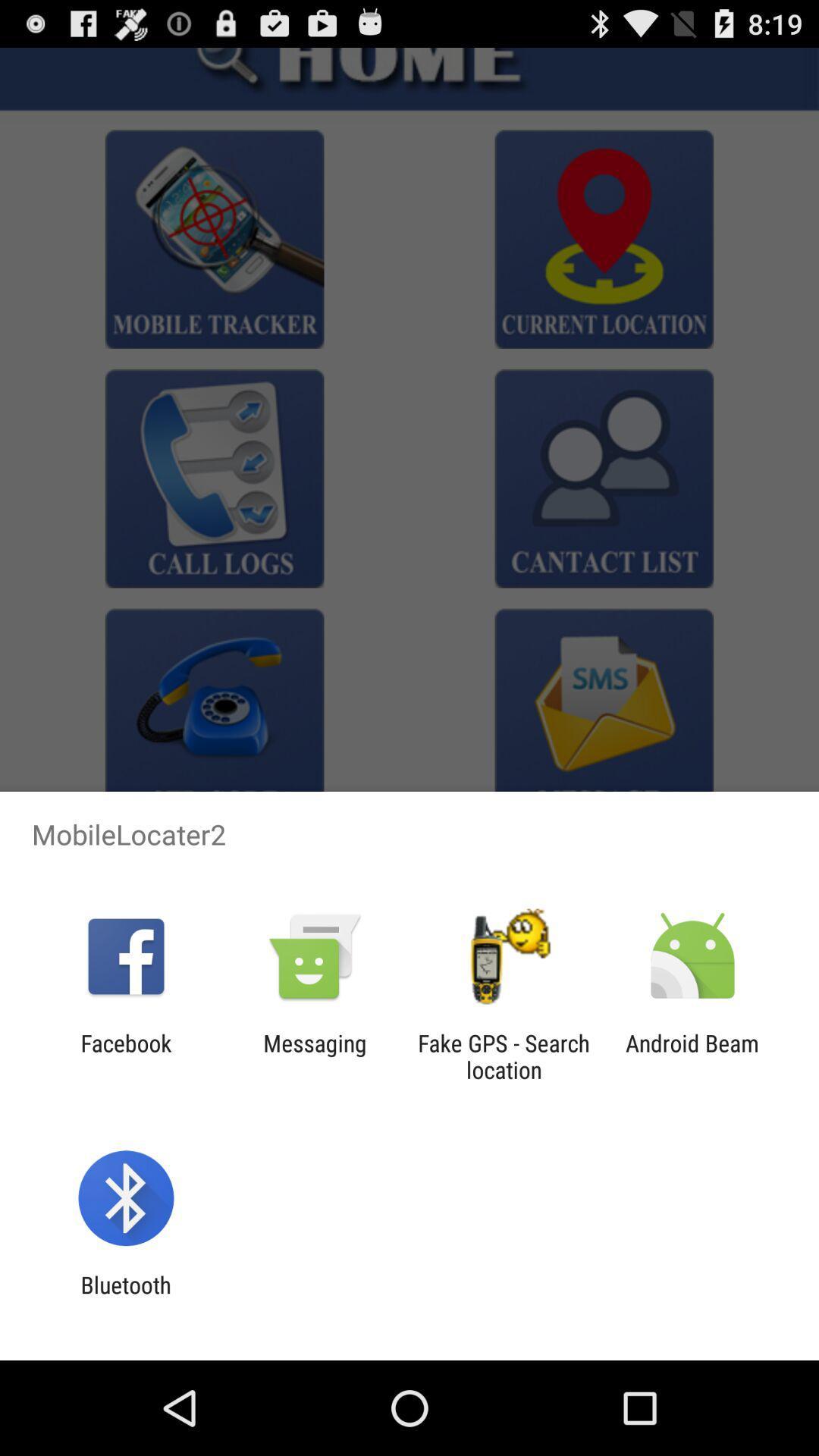 The height and width of the screenshot is (1456, 819). What do you see at coordinates (504, 1056) in the screenshot?
I see `the fake gps search item` at bounding box center [504, 1056].